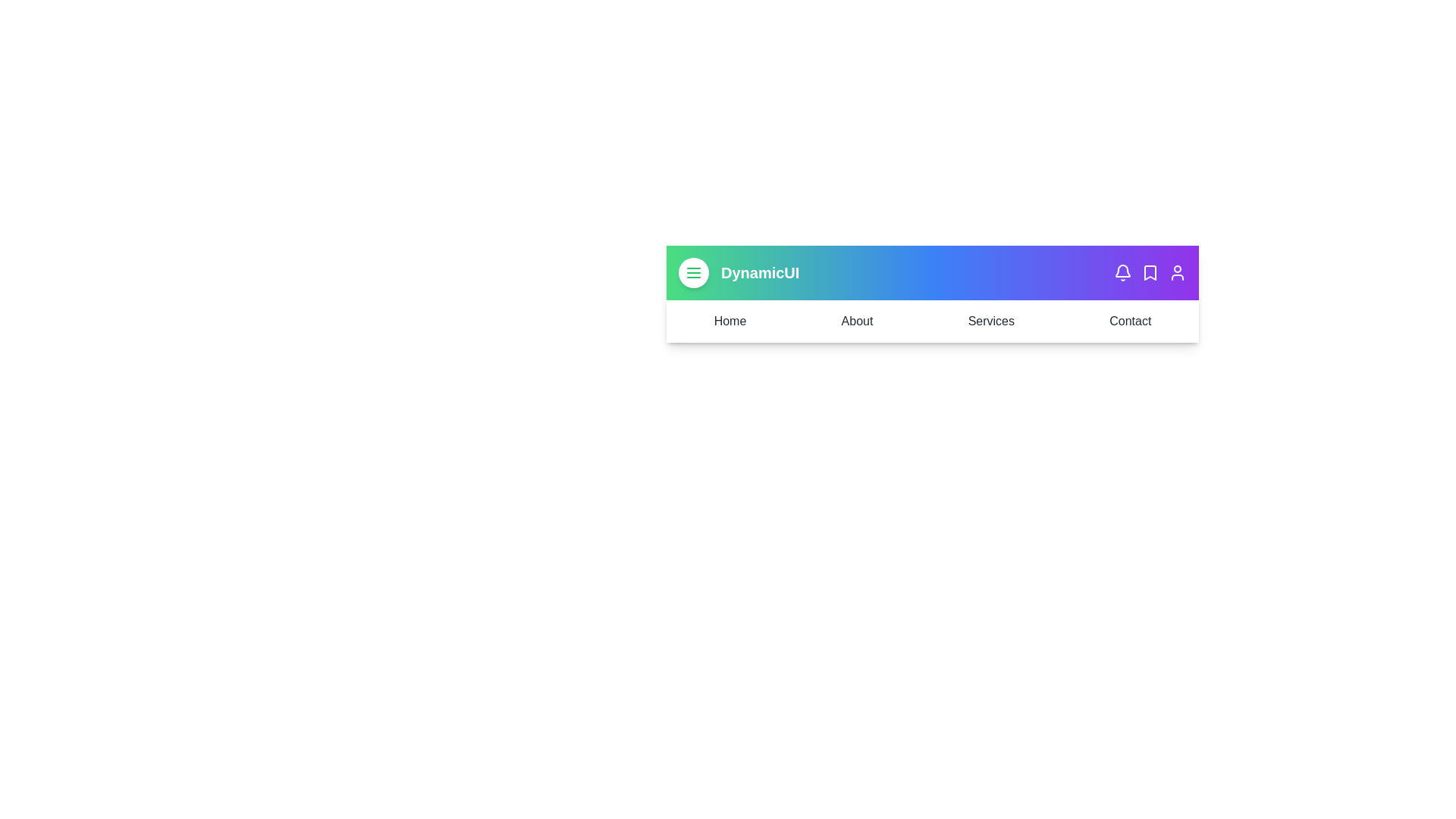 Image resolution: width=1456 pixels, height=819 pixels. What do you see at coordinates (1130, 321) in the screenshot?
I see `the menu link labeled Contact` at bounding box center [1130, 321].